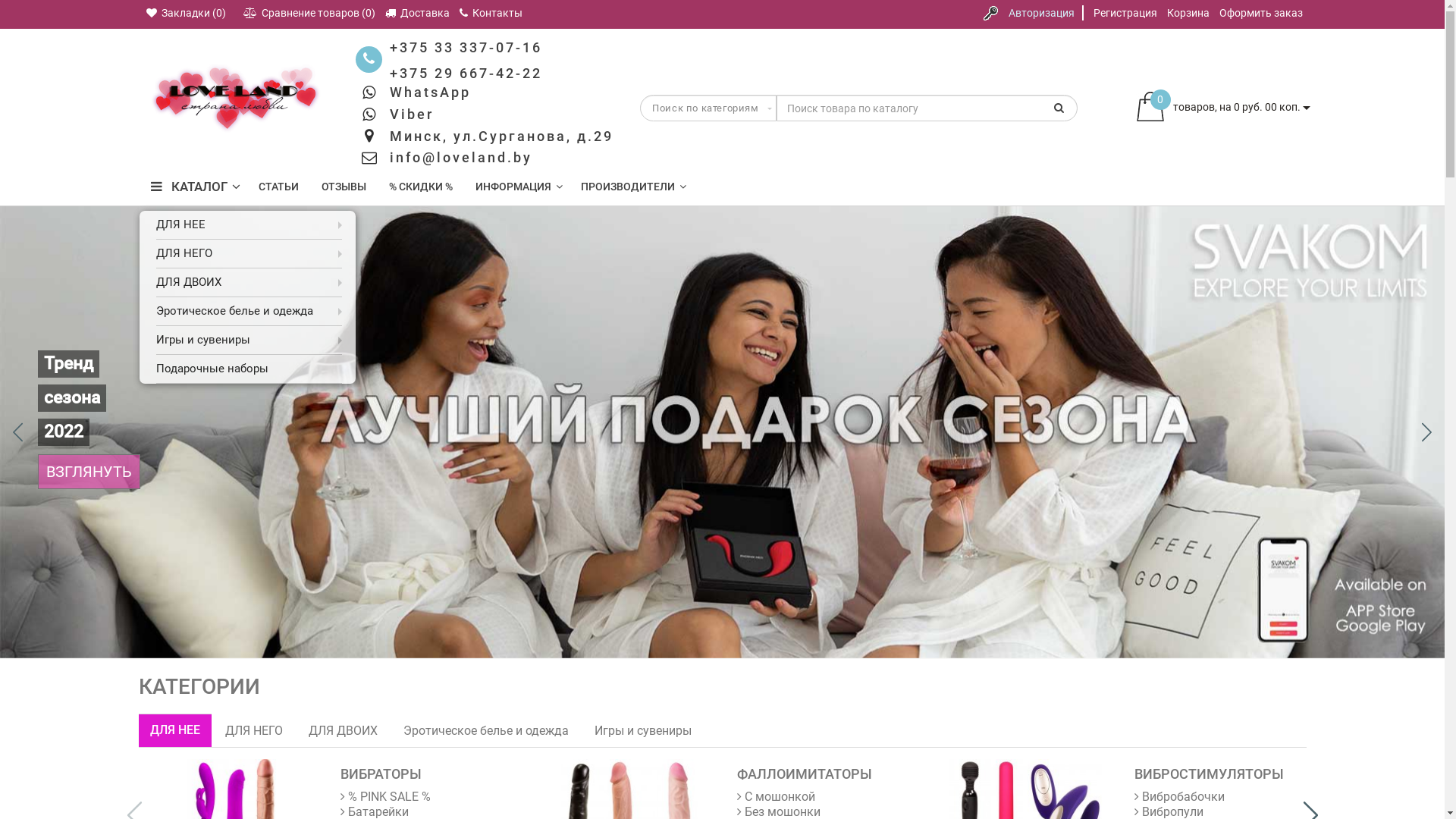 The image size is (1456, 819). Describe the element at coordinates (1150, 107) in the screenshot. I see `'cart'` at that location.